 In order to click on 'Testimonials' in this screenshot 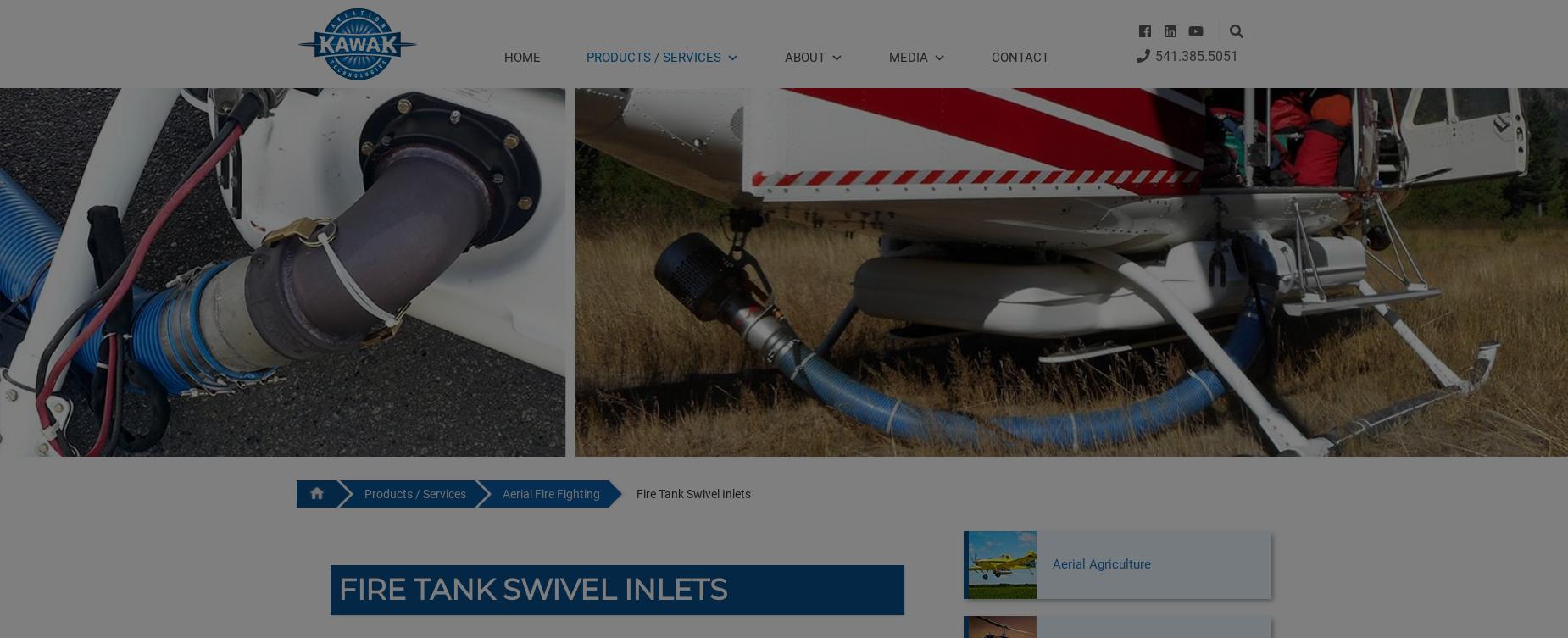, I will do `click(816, 272)`.